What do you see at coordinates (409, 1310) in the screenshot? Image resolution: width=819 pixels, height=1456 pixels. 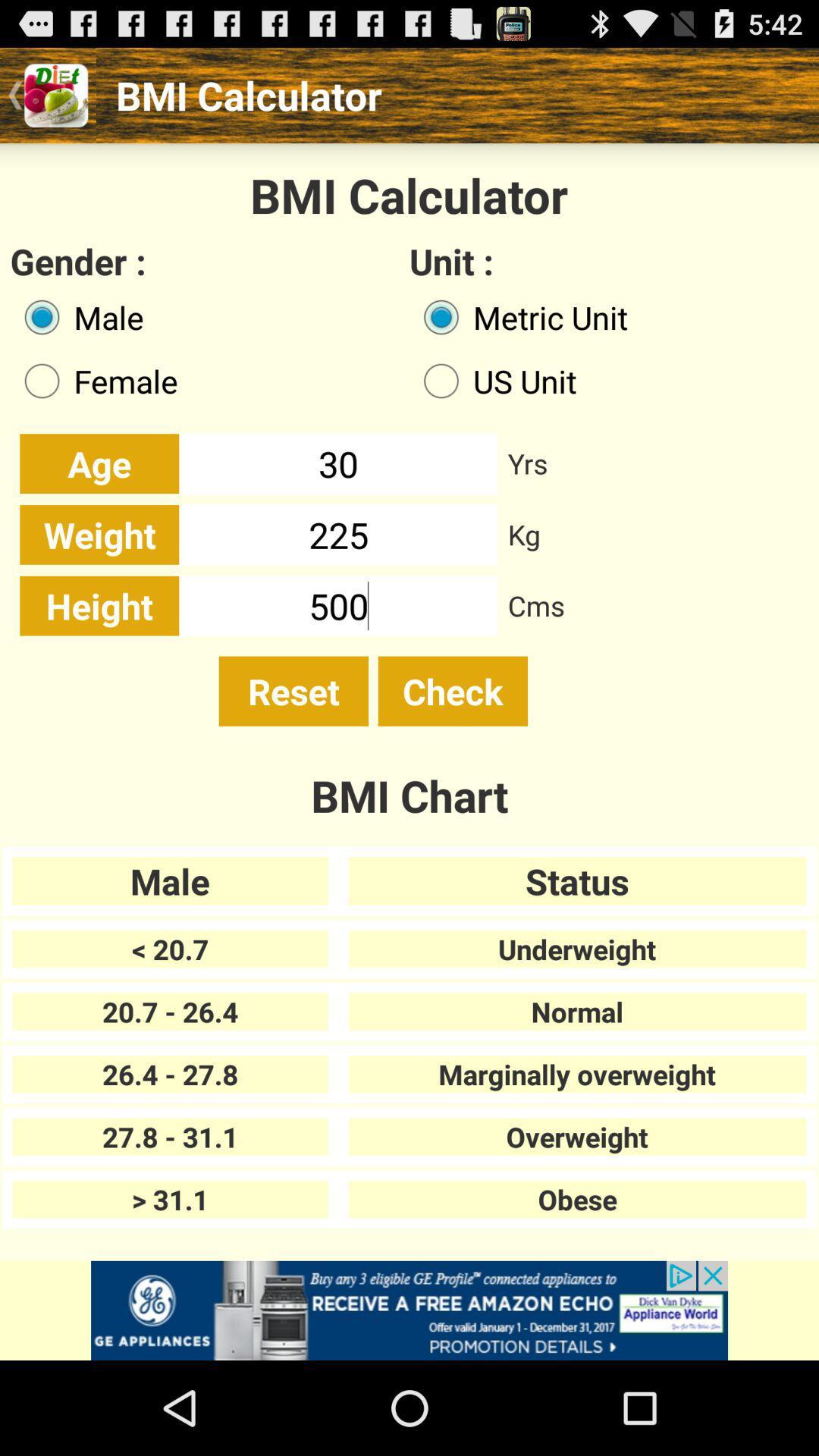 I see `advertisement` at bounding box center [409, 1310].